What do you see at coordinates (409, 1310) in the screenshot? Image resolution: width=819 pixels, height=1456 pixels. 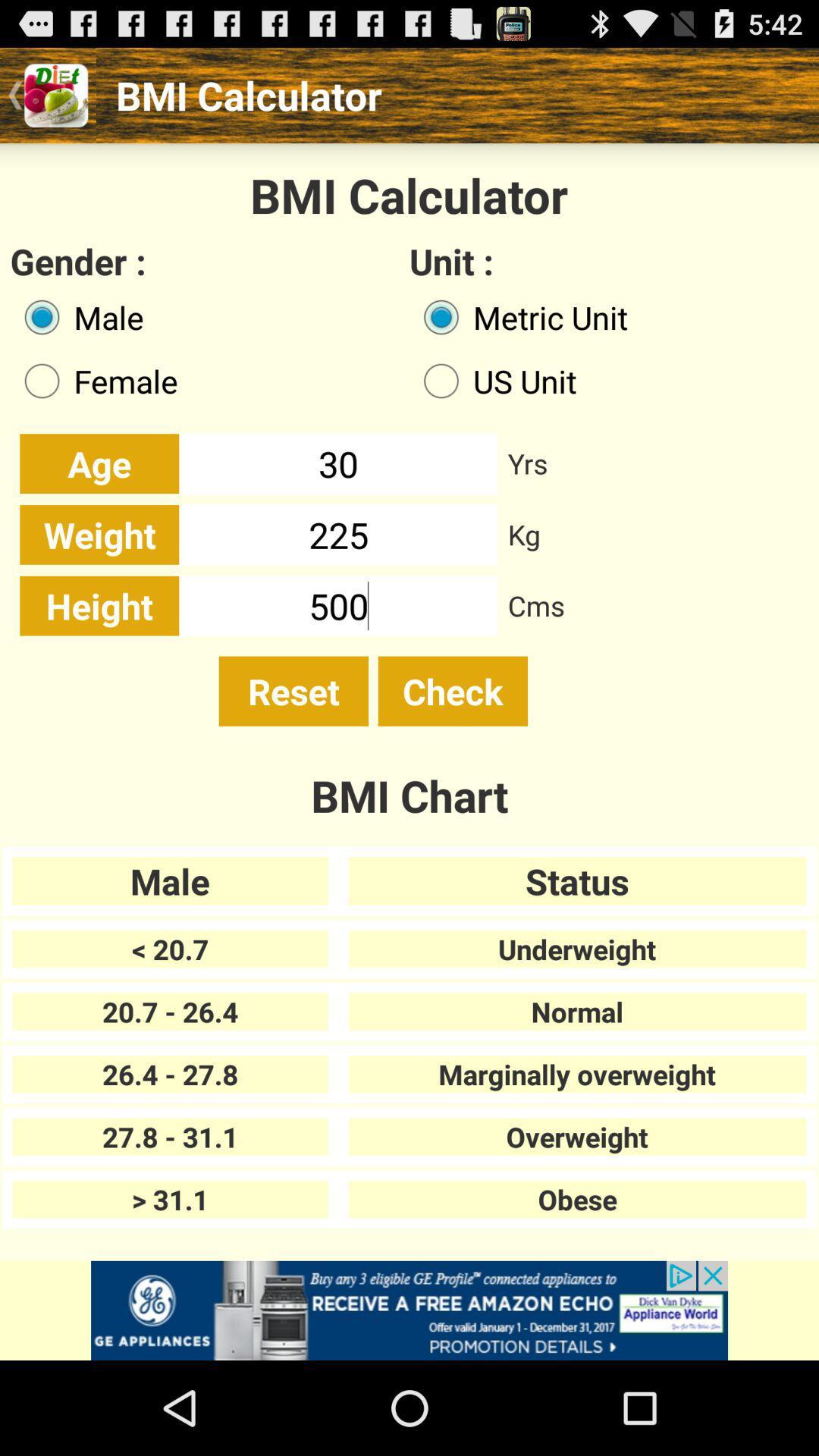 I see `advertisement` at bounding box center [409, 1310].